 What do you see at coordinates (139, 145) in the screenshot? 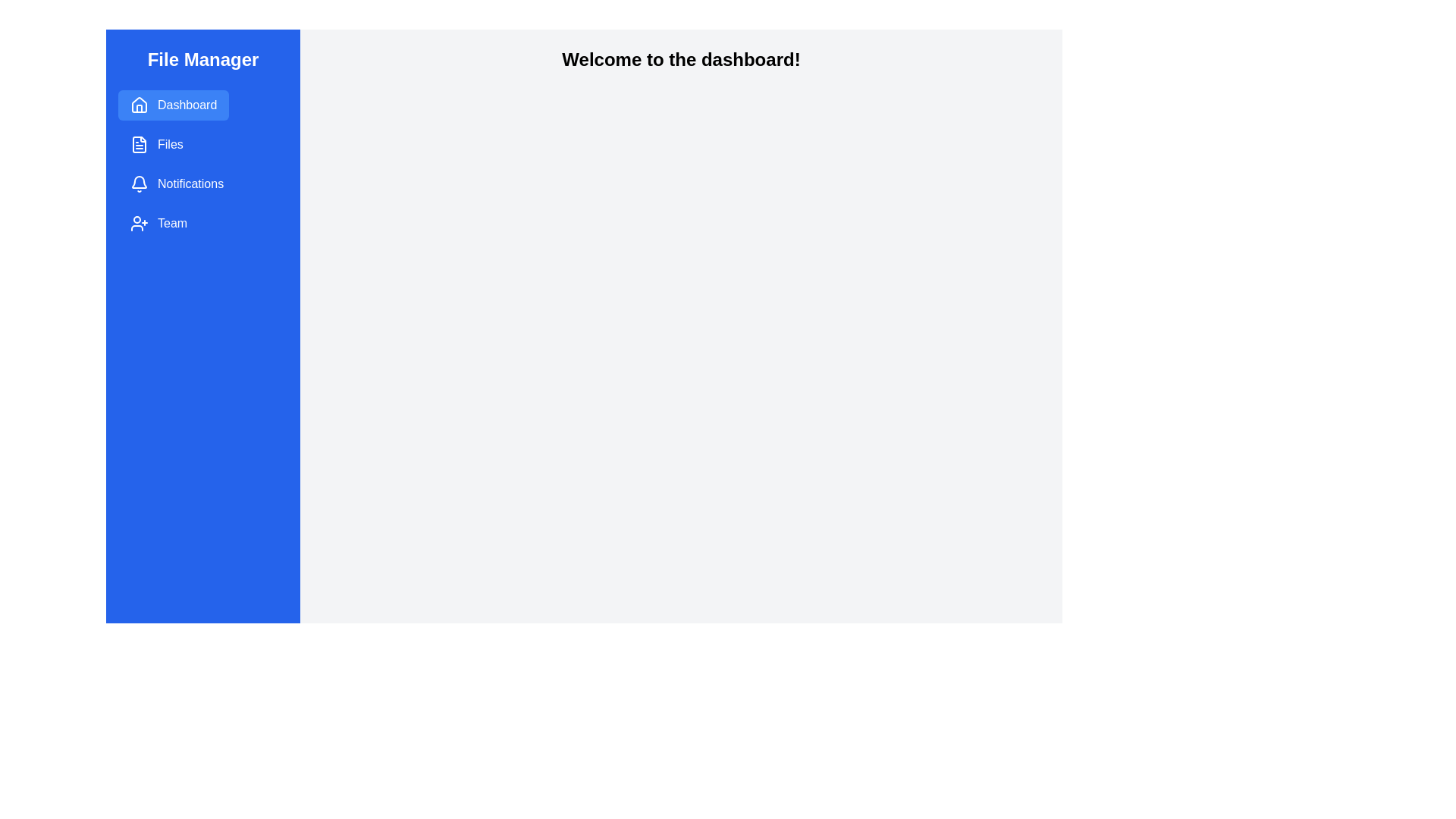
I see `the 'Files' menu icon located in the vertical sidebar, which is the second item below the 'Dashboard' icon and above the 'Notifications' icon` at bounding box center [139, 145].